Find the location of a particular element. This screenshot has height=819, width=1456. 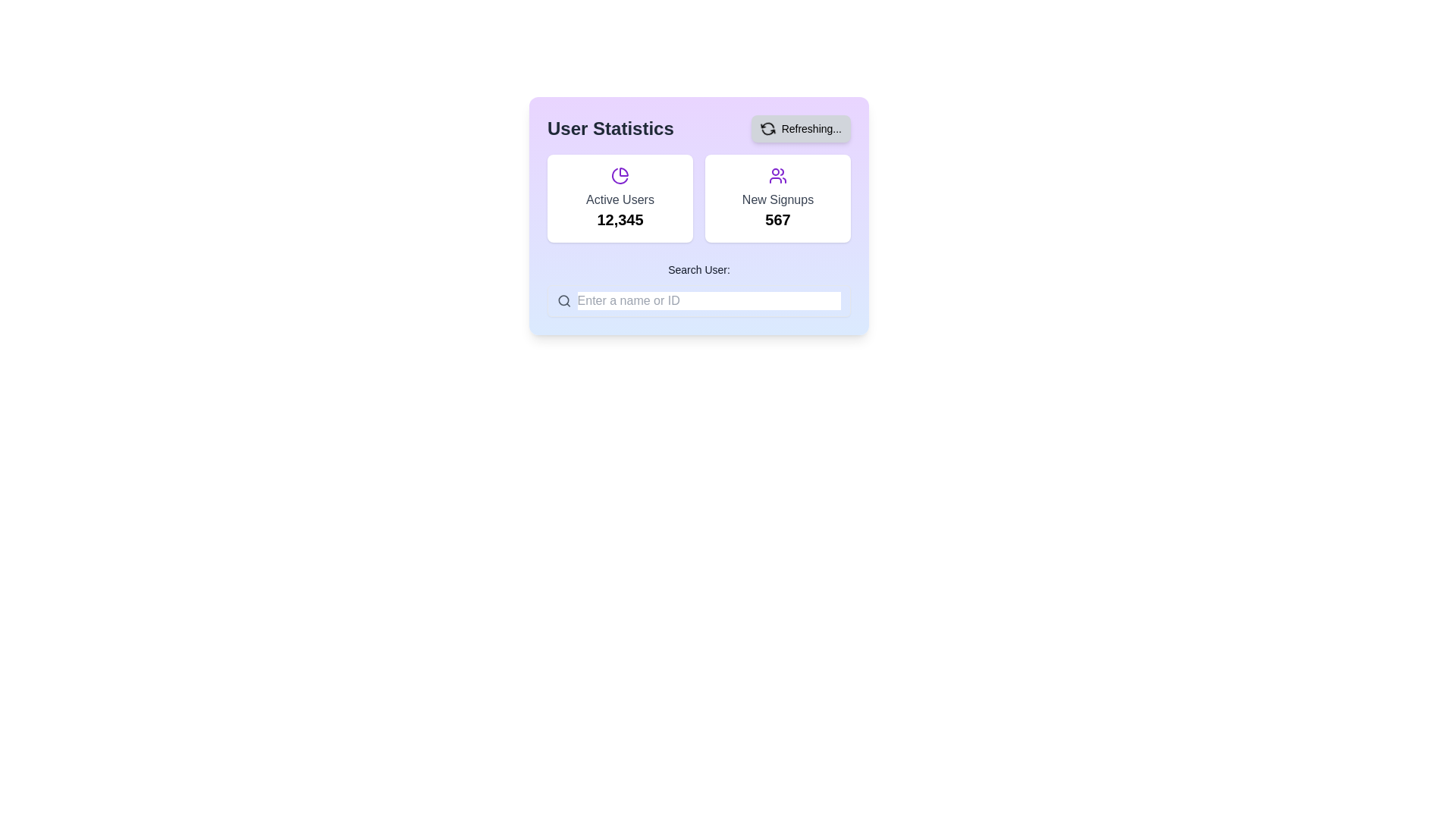

the magnifying glass lens icon located at the center-left of the search bar by clicking to initiate a search action is located at coordinates (563, 300).